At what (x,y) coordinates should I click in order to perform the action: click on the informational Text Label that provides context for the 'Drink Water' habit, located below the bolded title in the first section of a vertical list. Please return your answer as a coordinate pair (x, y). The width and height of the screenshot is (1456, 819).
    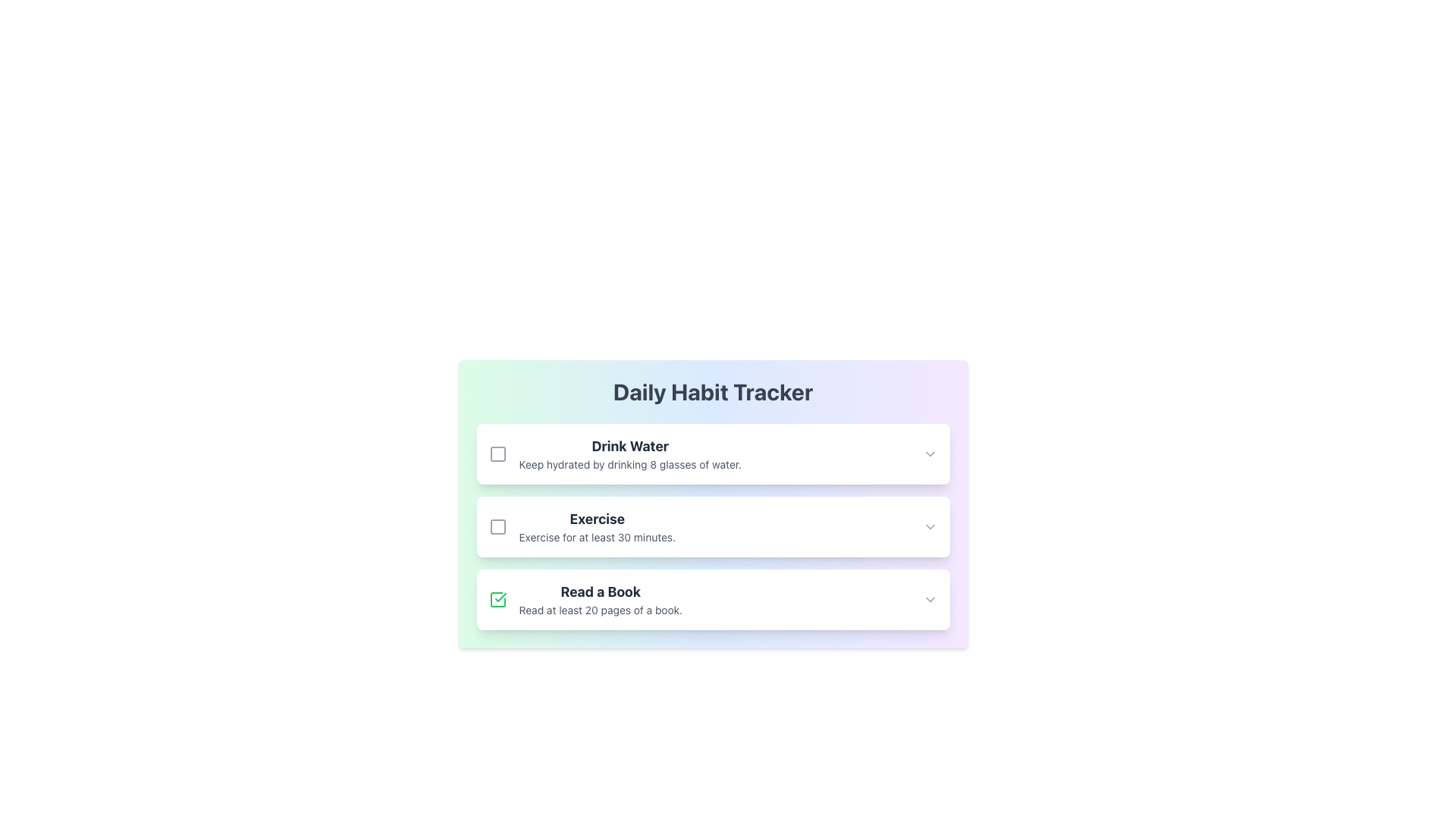
    Looking at the image, I should click on (630, 464).